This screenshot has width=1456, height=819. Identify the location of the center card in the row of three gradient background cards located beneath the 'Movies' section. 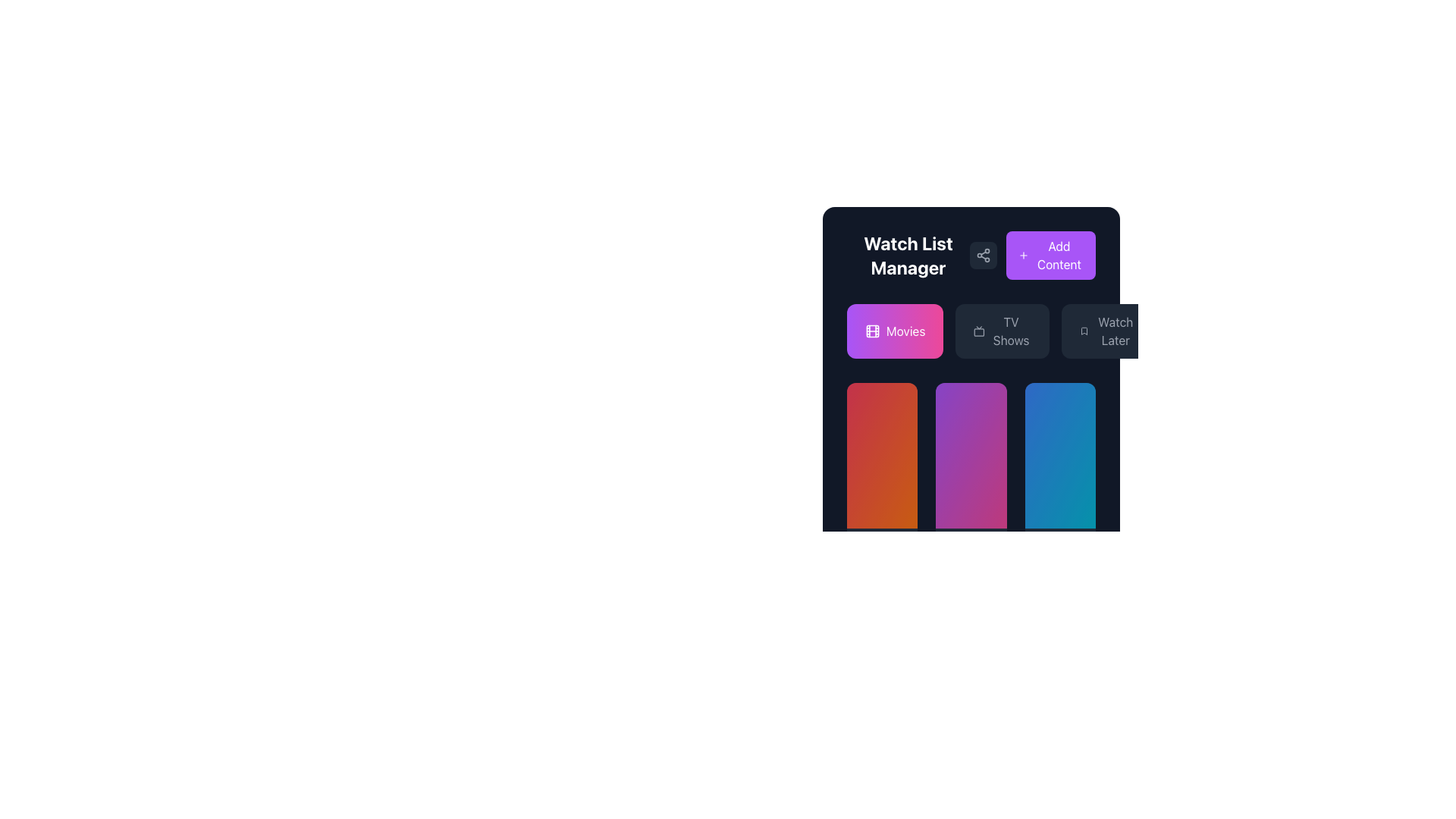
(971, 455).